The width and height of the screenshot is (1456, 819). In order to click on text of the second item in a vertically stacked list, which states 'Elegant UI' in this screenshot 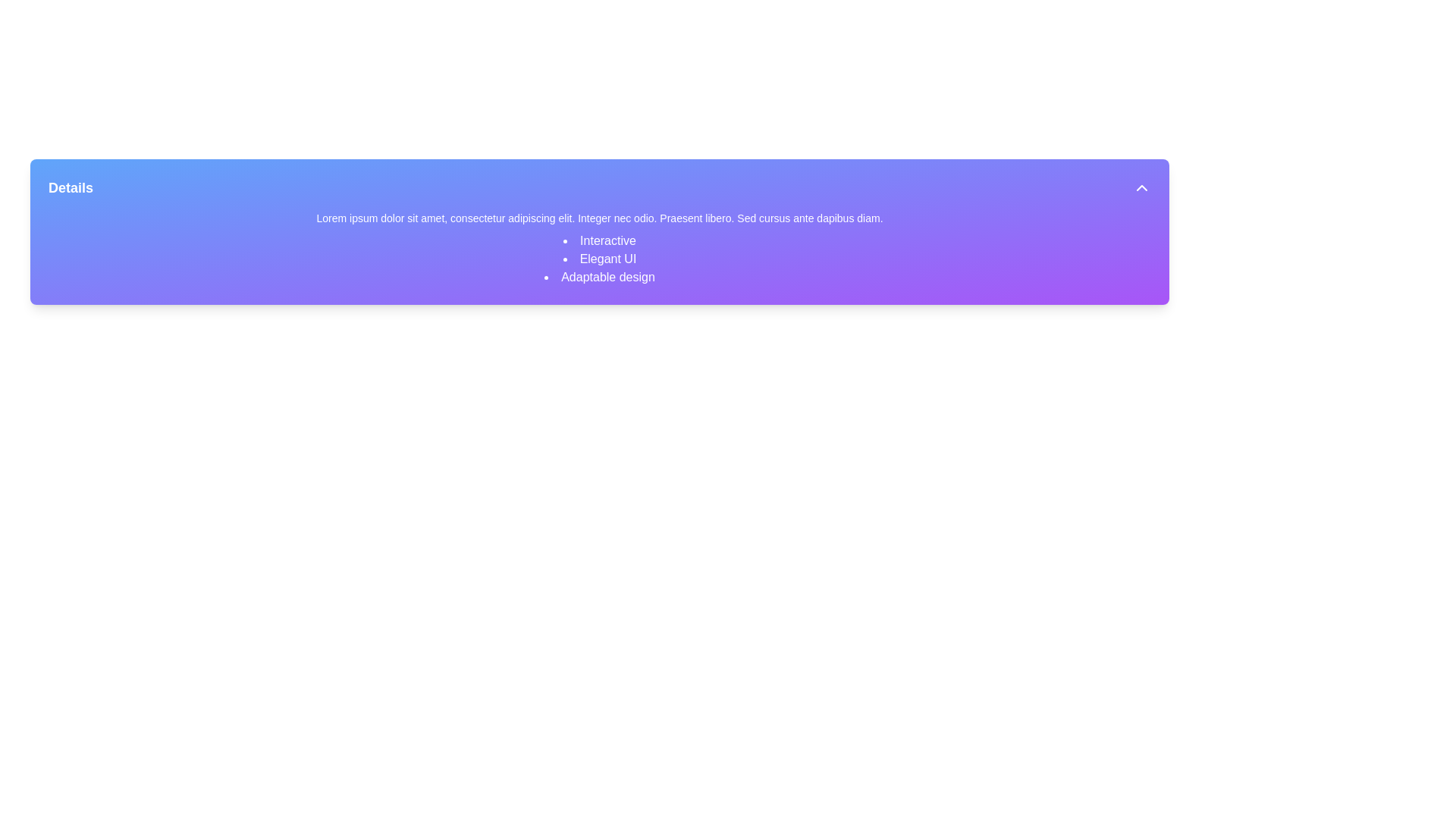, I will do `click(599, 259)`.